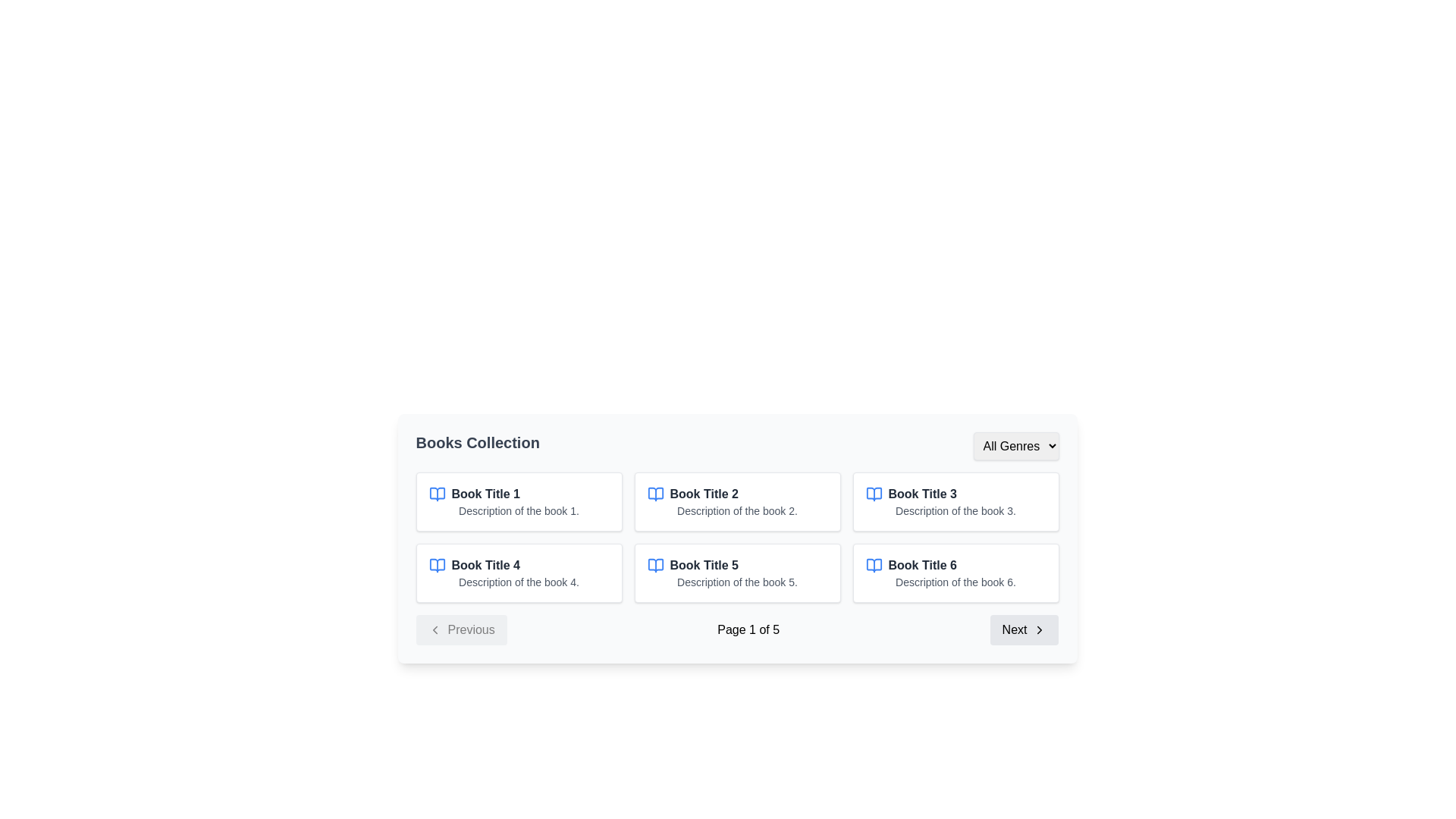  What do you see at coordinates (1015, 444) in the screenshot?
I see `the 'All Genres' dropdown menu located in the upper-right corner of the 'Books Collection' grouping` at bounding box center [1015, 444].